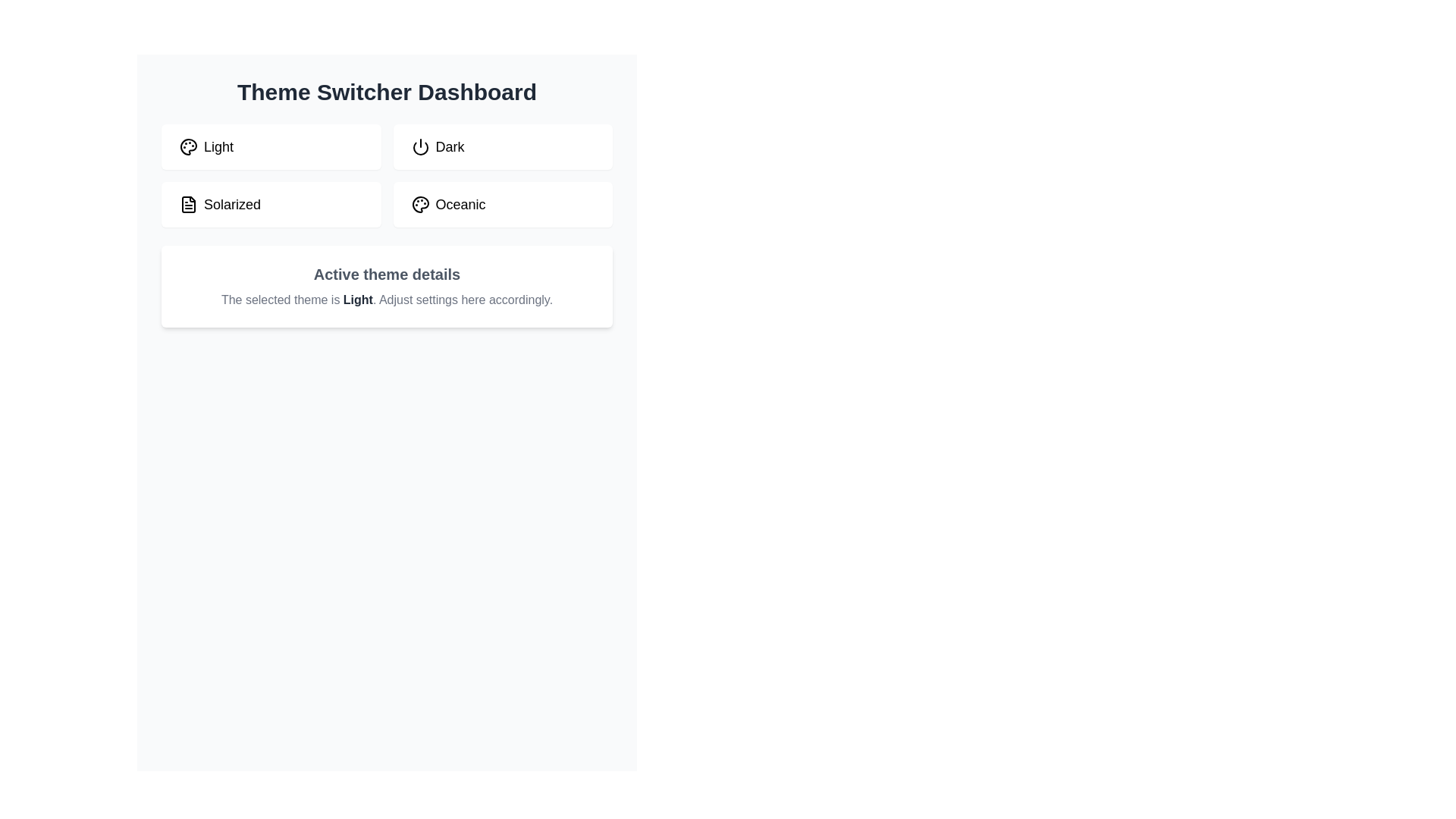 This screenshot has height=819, width=1456. What do you see at coordinates (357, 300) in the screenshot?
I see `the bold text label 'Light' indicating the current theme selected in the interface, located under the section titled 'Active theme details'` at bounding box center [357, 300].